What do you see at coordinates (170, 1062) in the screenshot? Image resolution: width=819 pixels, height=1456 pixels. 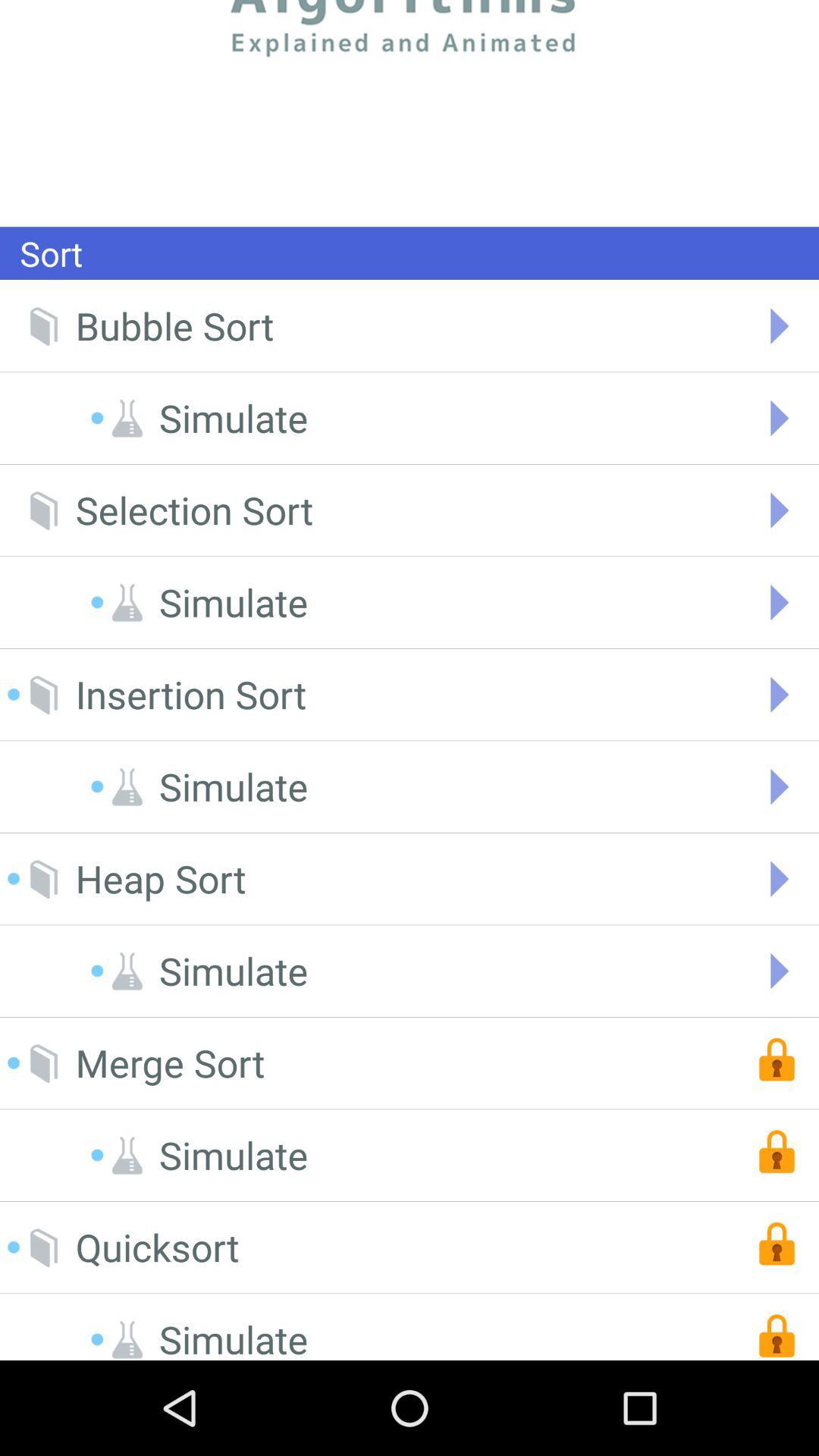 I see `the merge sort item` at bounding box center [170, 1062].